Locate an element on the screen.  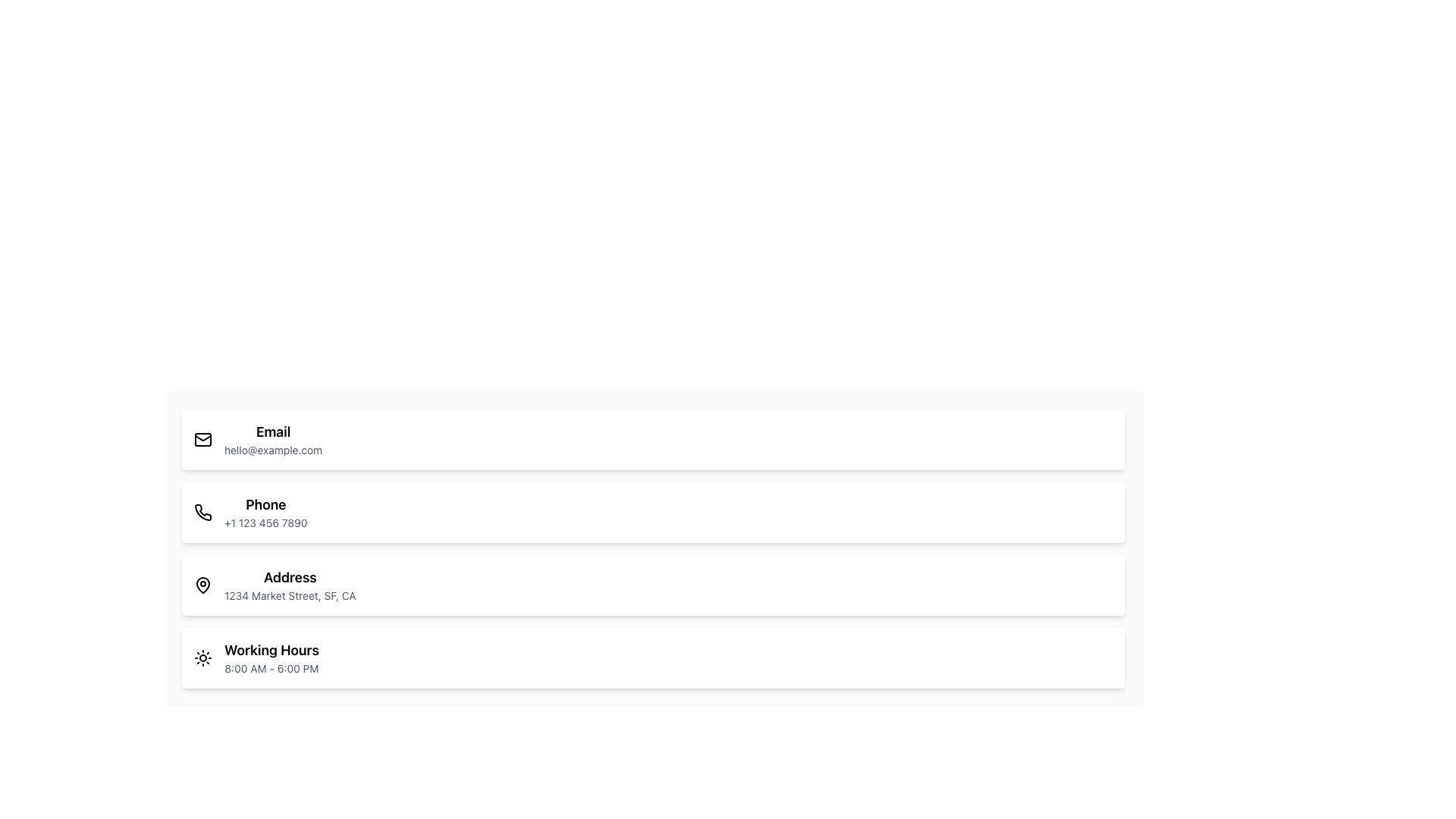
the email display component that shows 'Email' and 'hello@example.com', located in the first card of a vertical list of cards is located at coordinates (273, 439).